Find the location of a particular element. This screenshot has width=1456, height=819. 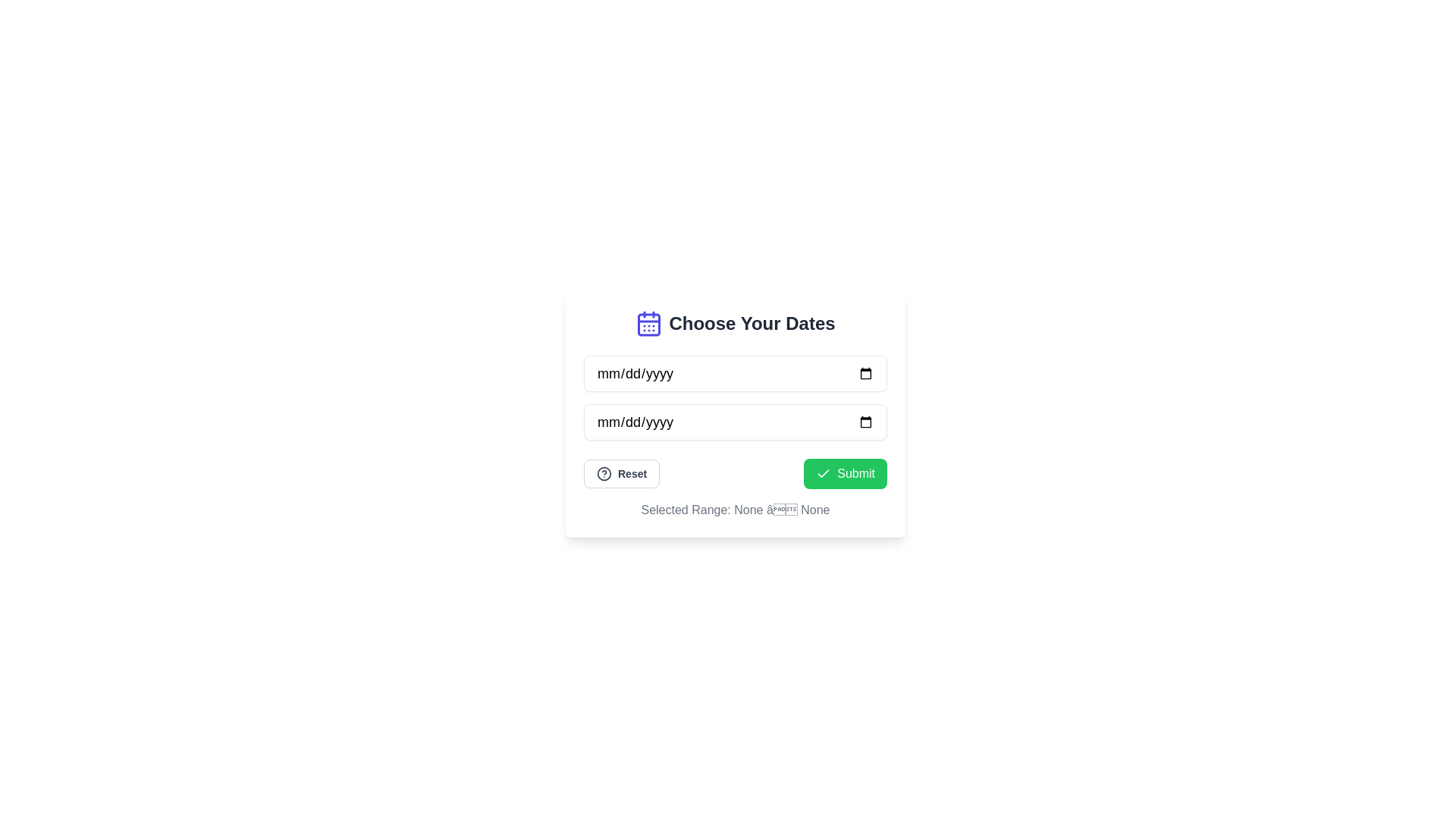

the Submit button located at the bottom right of the card interface, which contains a visual confirmation icon is located at coordinates (823, 472).